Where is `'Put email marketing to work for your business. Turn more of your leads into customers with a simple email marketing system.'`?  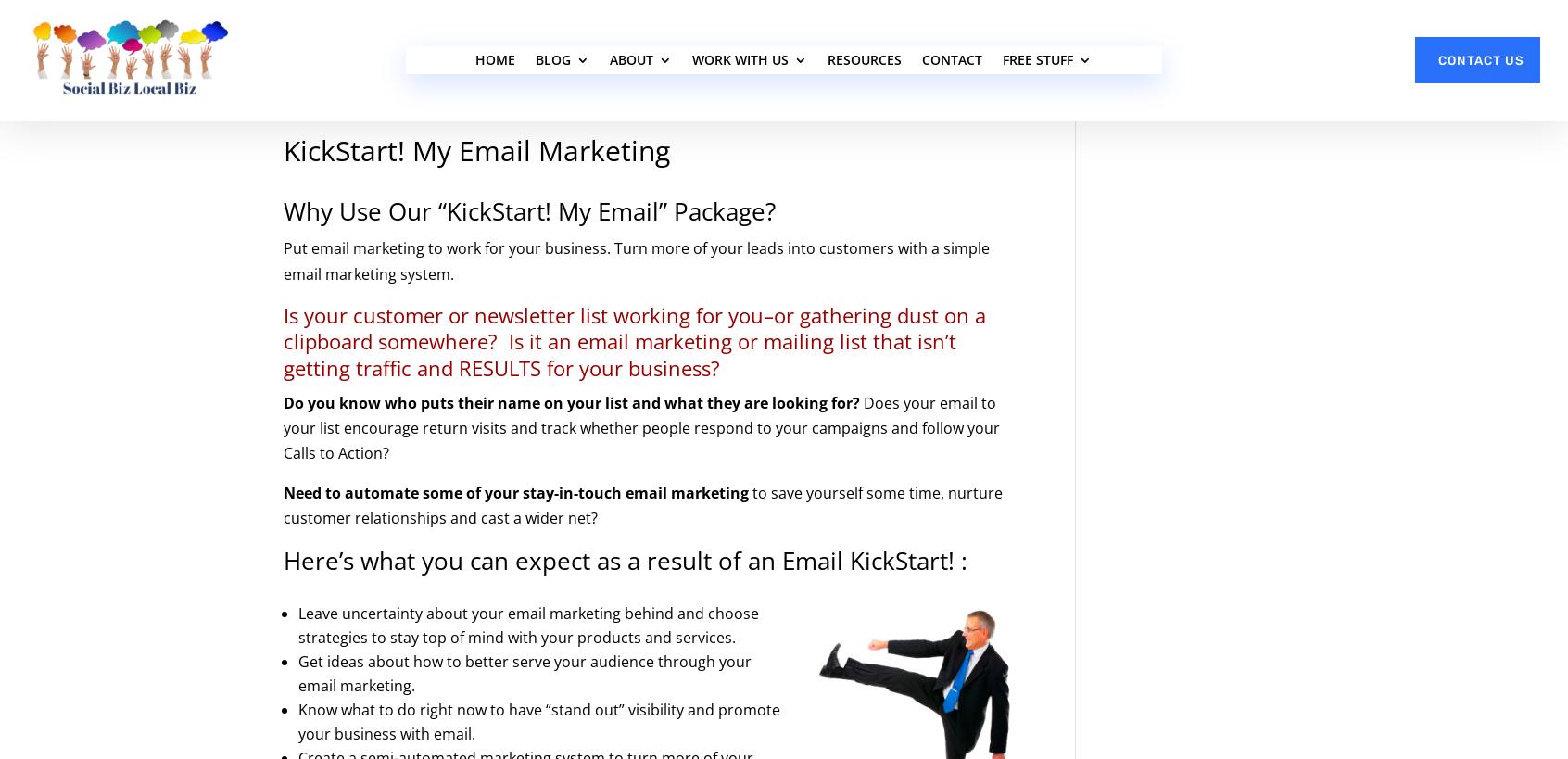
'Put email marketing to work for your business. Turn more of your leads into customers with a simple email marketing system.' is located at coordinates (636, 259).